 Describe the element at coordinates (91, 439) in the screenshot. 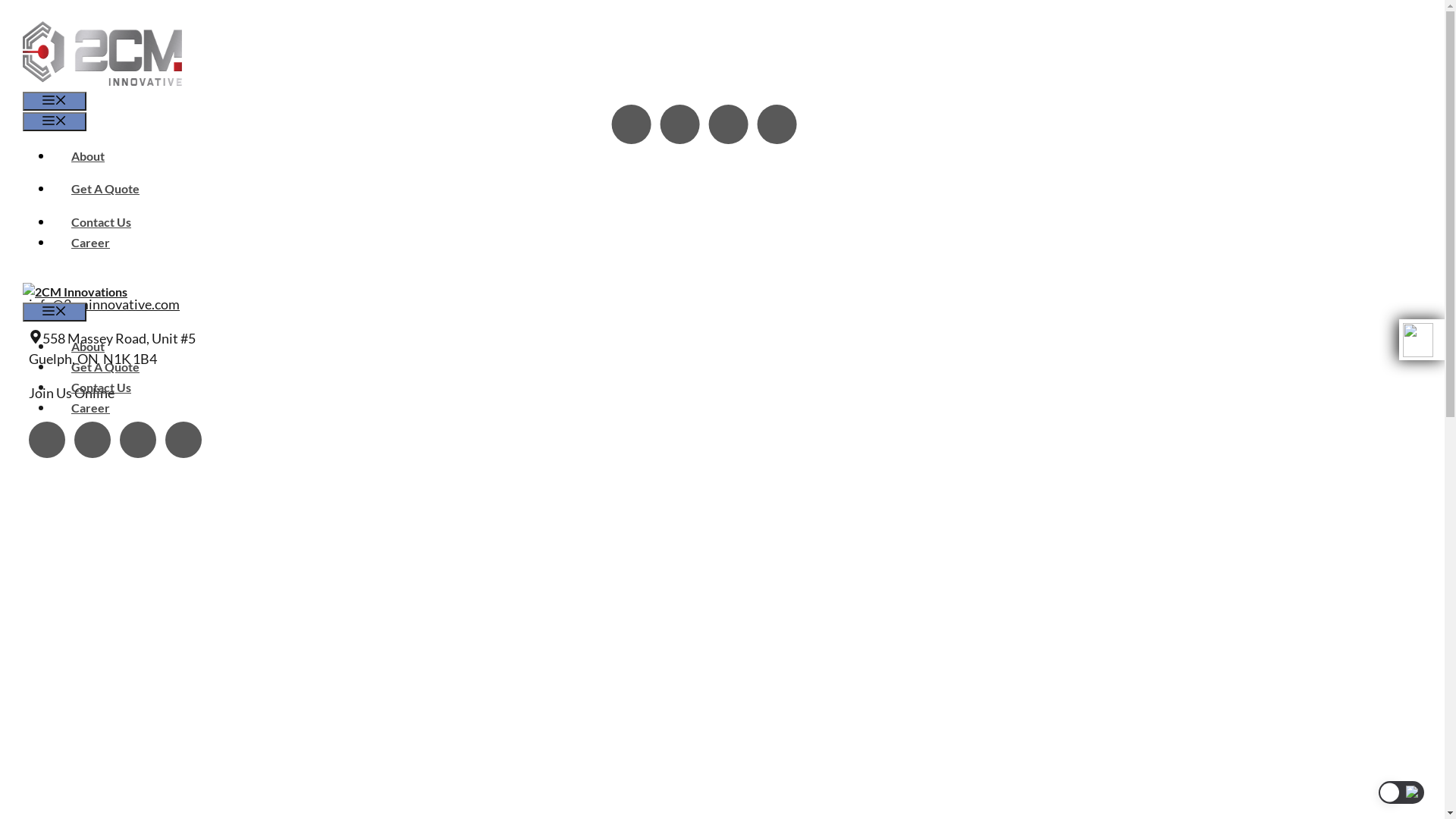

I see `'Facebook'` at that location.